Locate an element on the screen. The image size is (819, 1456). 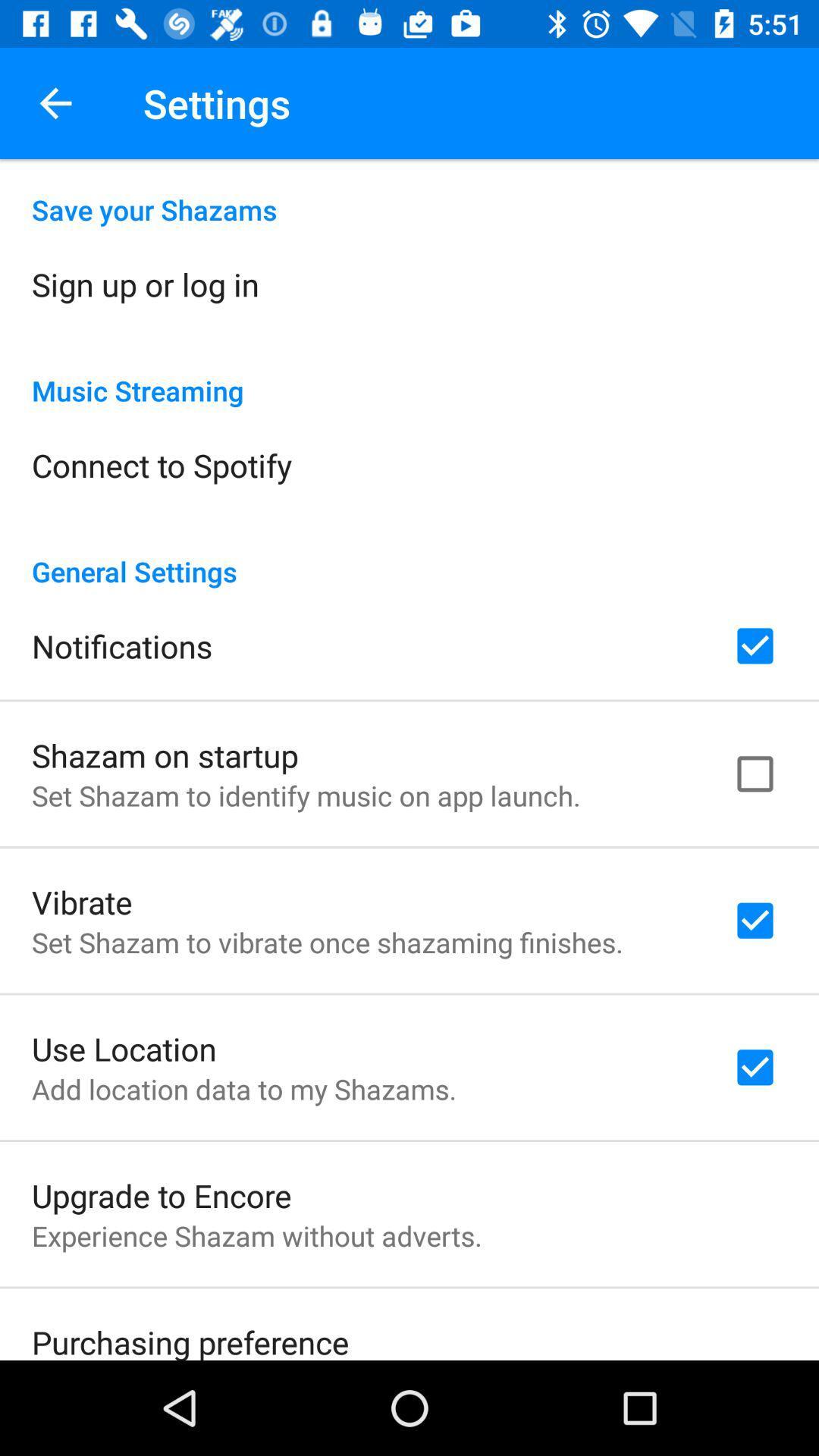
the icon below sign up or item is located at coordinates (409, 375).